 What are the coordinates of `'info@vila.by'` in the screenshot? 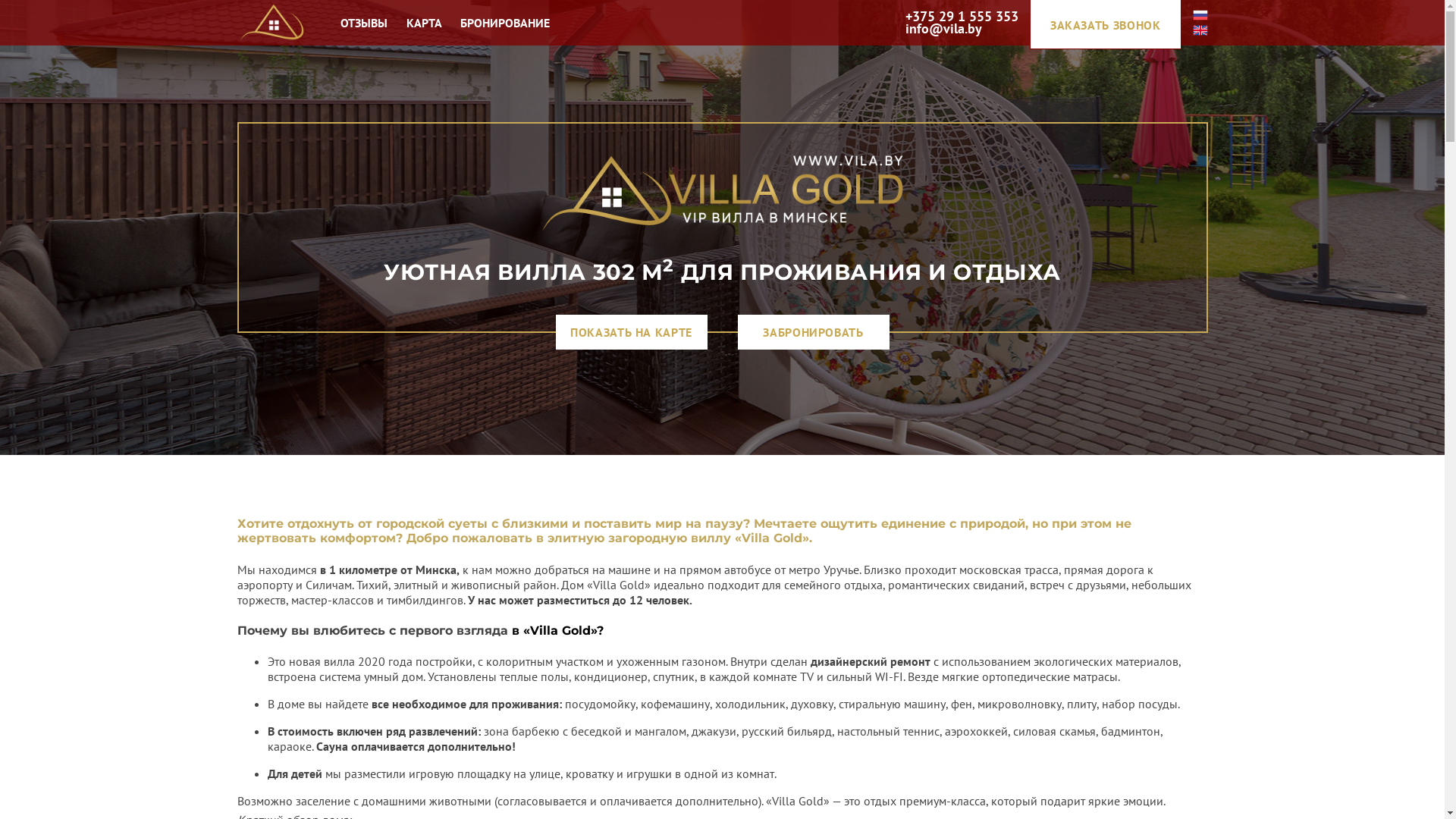 It's located at (943, 29).